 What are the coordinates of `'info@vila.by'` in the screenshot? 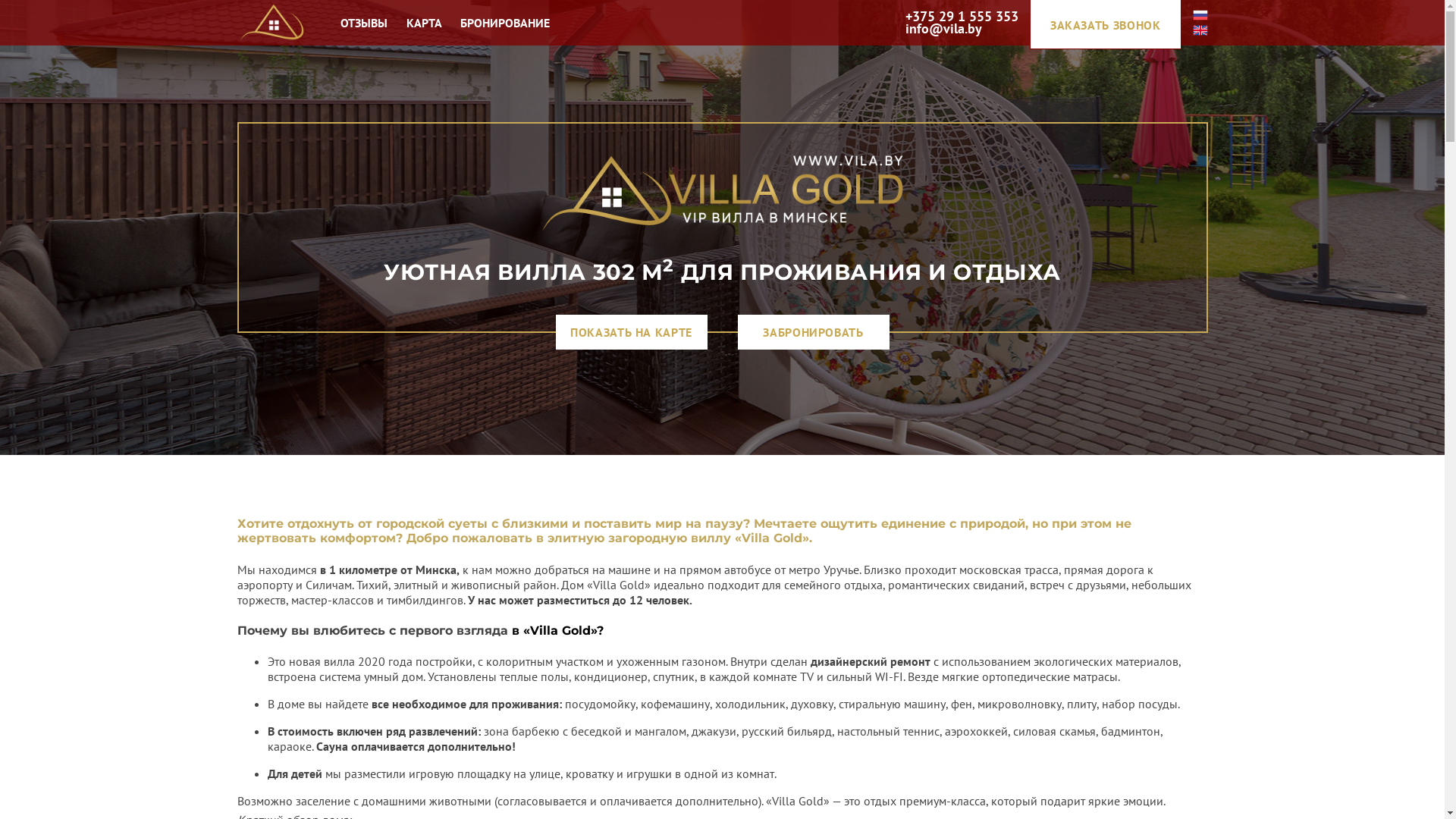 It's located at (943, 29).